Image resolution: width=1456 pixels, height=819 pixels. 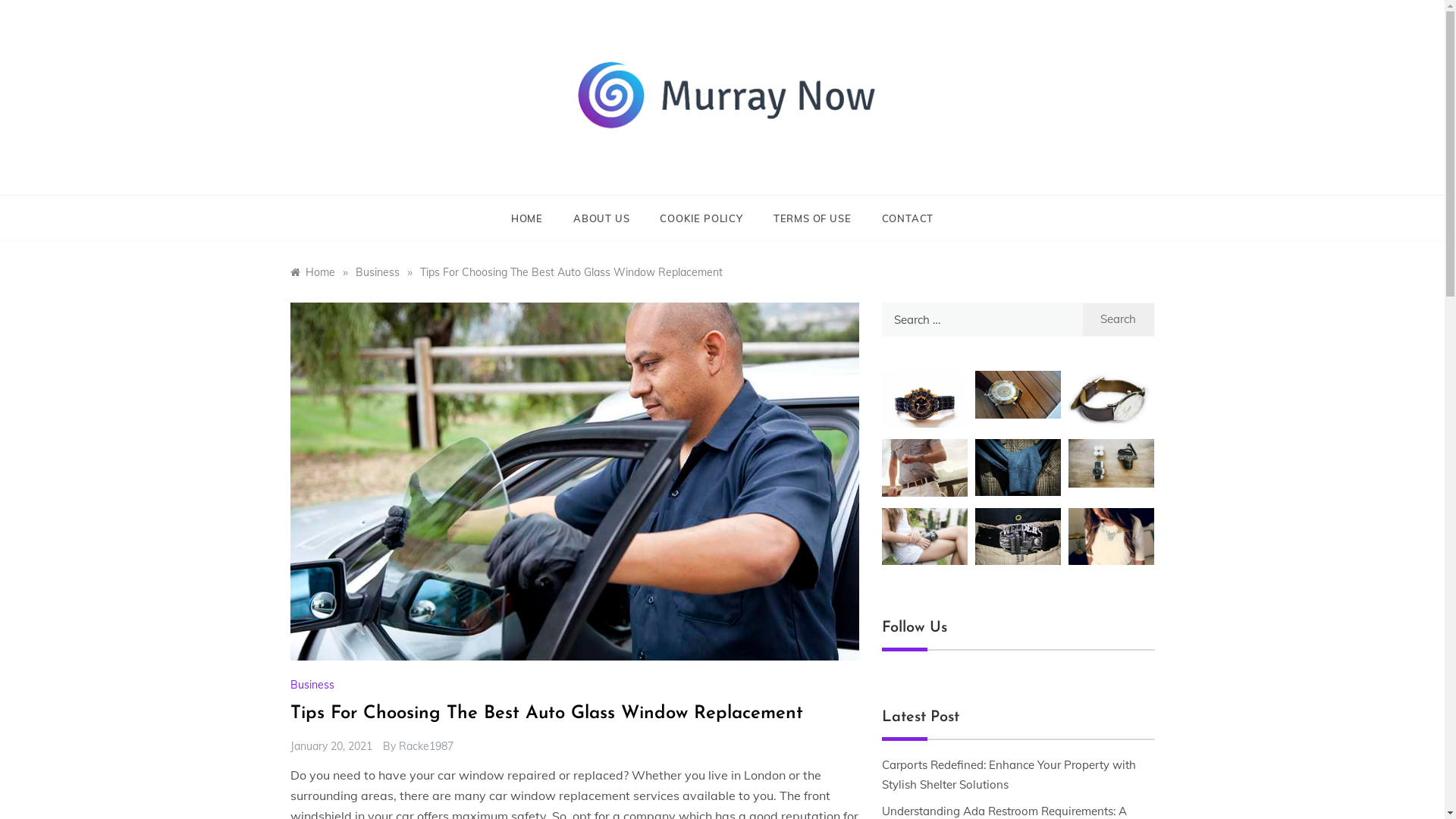 I want to click on 'TERMS OF USE', so click(x=811, y=218).